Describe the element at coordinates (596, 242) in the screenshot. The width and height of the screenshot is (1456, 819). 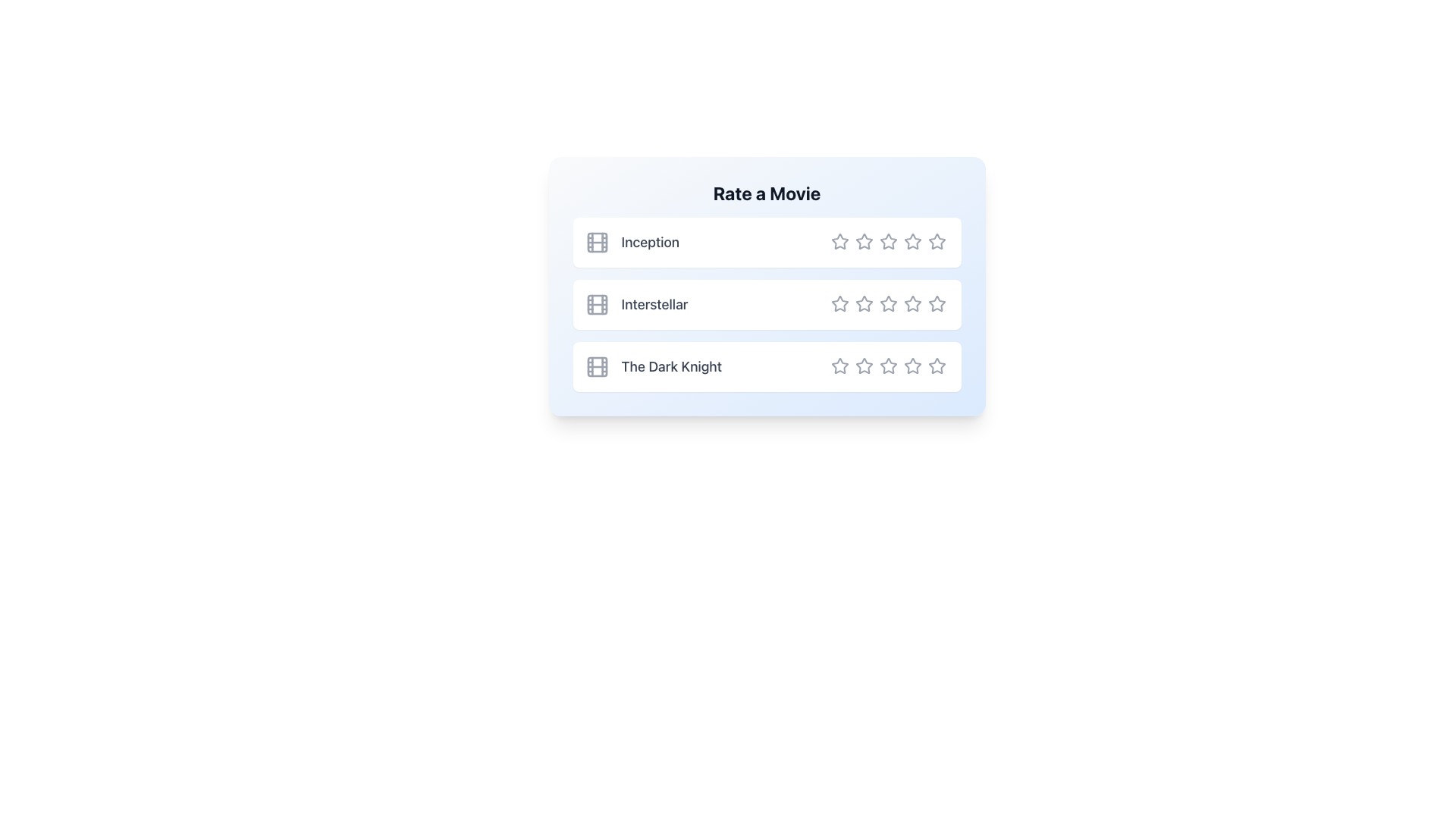
I see `the decorative icon representing movies, located immediately to the left of the text 'Inception' in the top row of the list` at that location.